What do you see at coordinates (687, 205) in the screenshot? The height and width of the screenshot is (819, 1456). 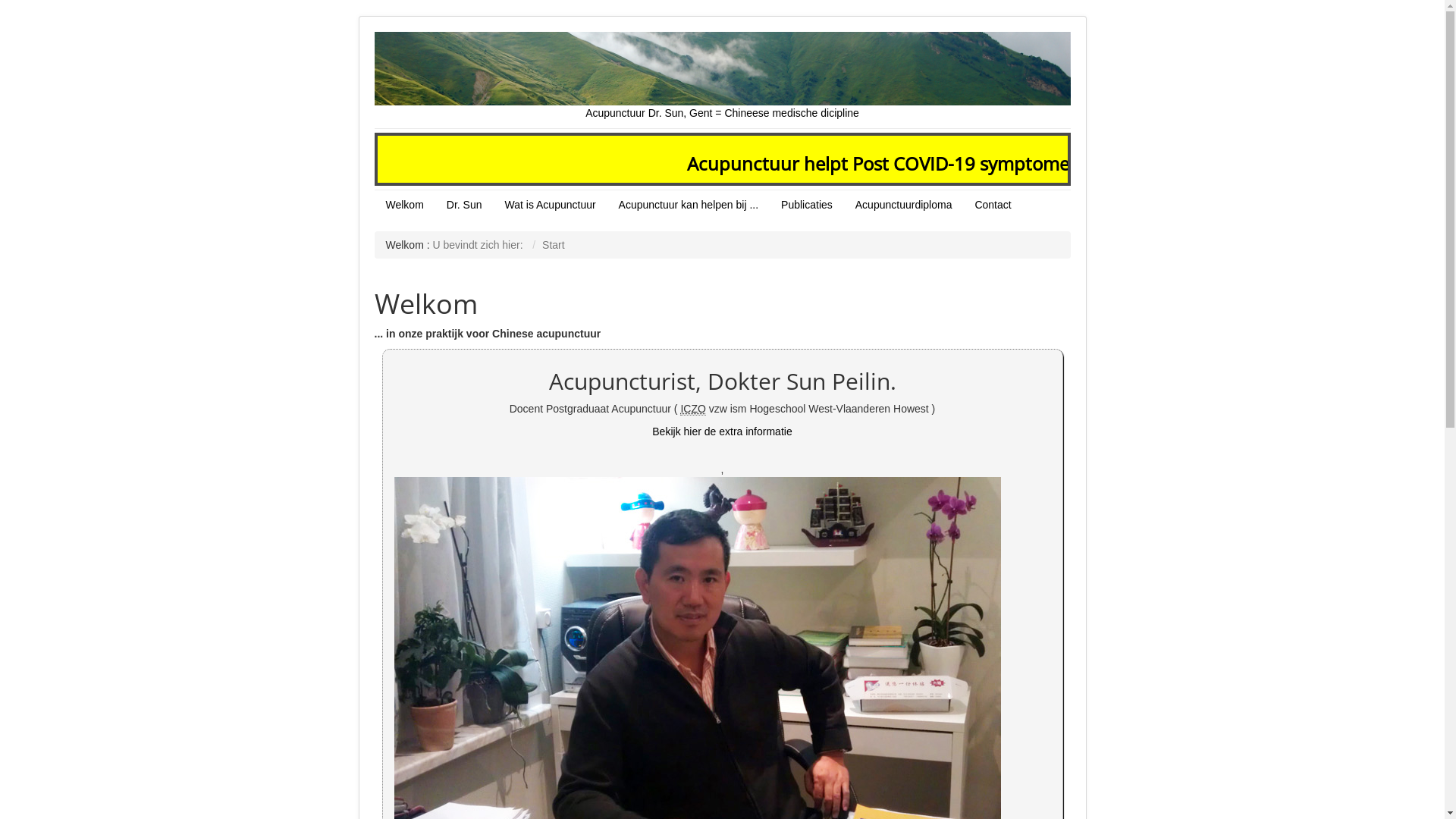 I see `'Acupunctuur kan helpen bij ...'` at bounding box center [687, 205].